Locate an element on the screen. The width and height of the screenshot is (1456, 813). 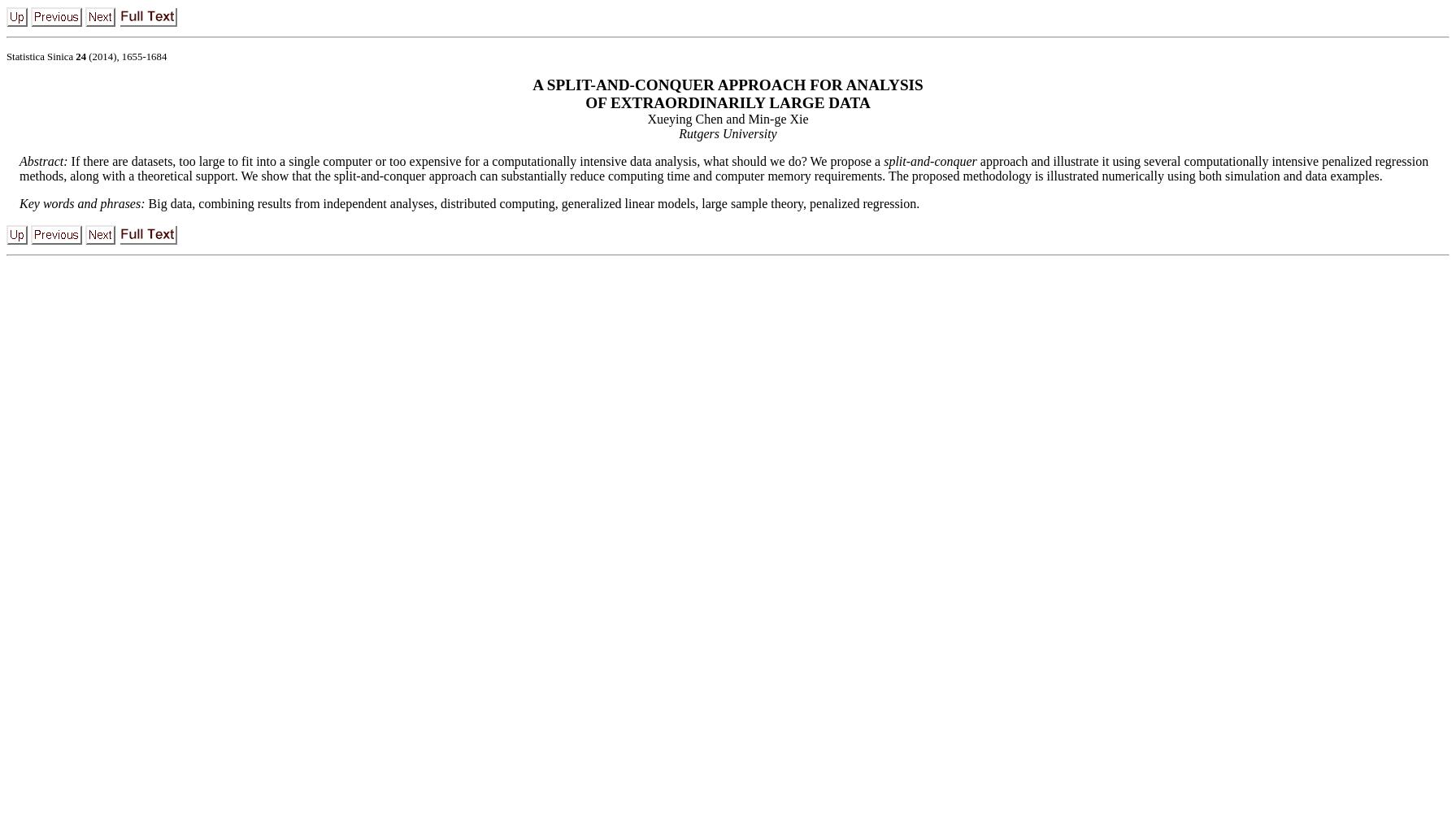
'Xueying Chen and Min-ge Xie' is located at coordinates (727, 119).